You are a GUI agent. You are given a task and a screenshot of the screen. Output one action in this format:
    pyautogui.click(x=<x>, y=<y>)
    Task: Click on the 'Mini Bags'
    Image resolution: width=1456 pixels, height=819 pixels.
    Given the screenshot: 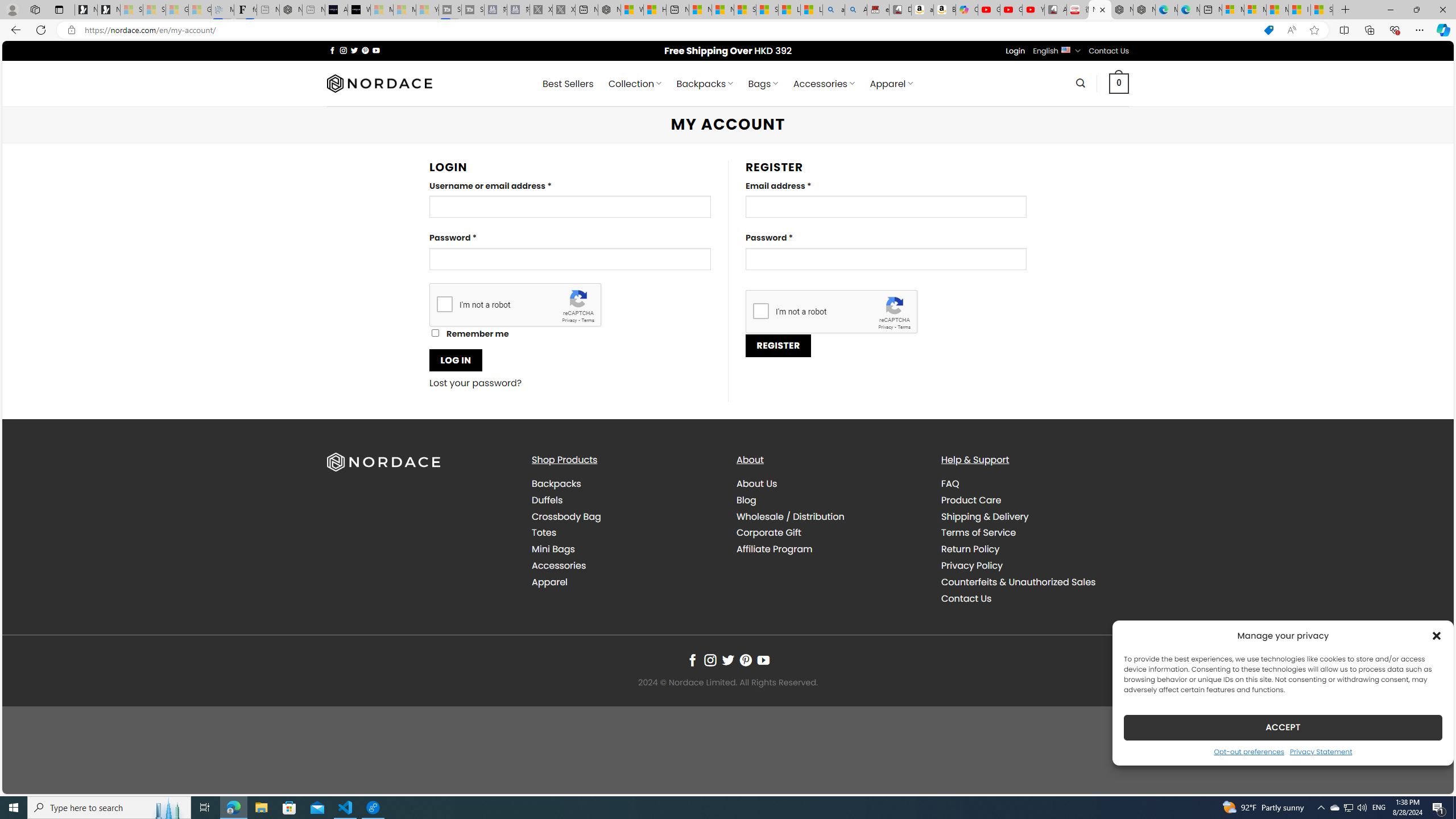 What is the action you would take?
    pyautogui.click(x=624, y=549)
    